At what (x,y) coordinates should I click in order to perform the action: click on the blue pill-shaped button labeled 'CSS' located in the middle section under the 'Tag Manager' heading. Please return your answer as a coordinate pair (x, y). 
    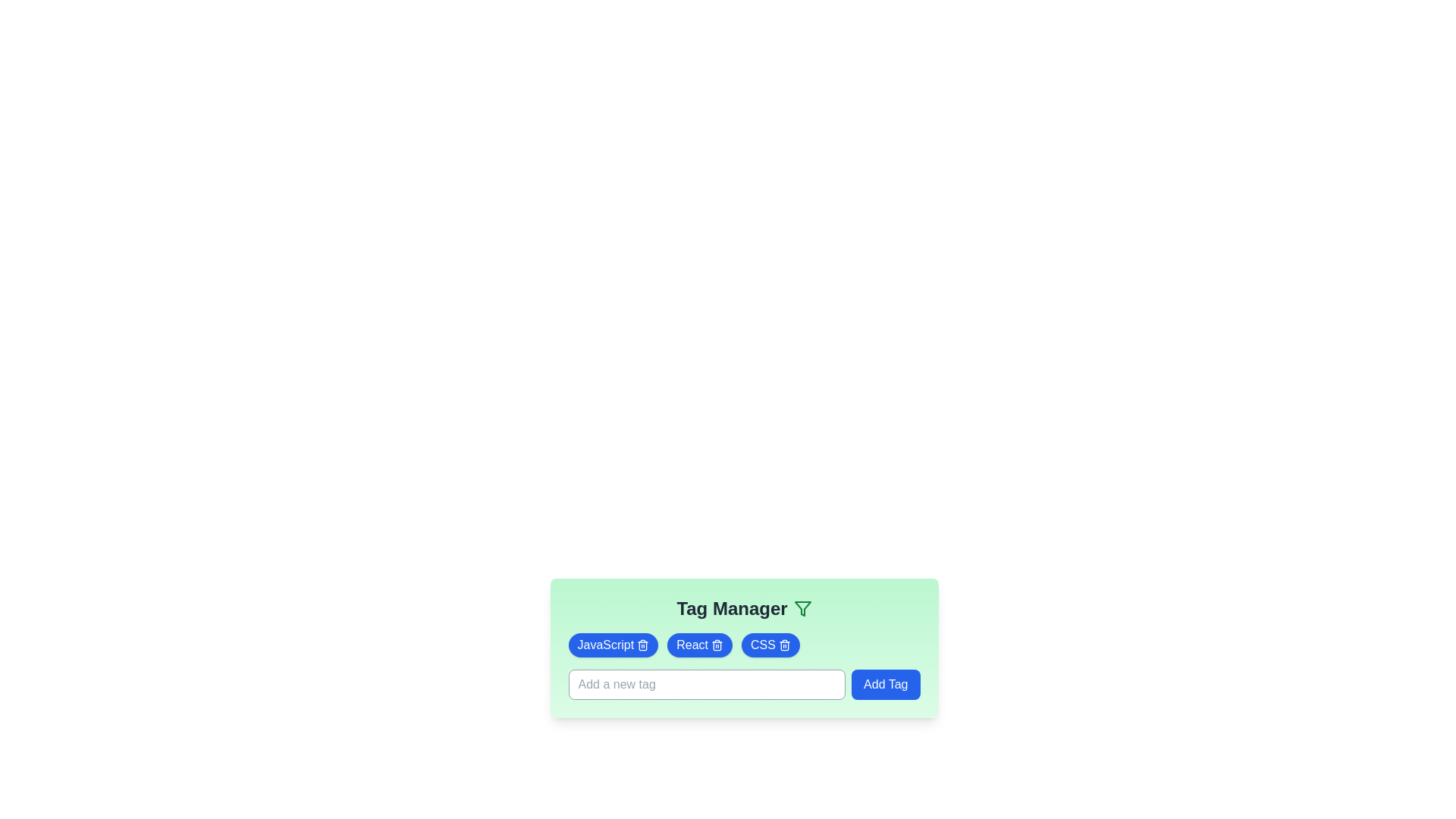
    Looking at the image, I should click on (744, 648).